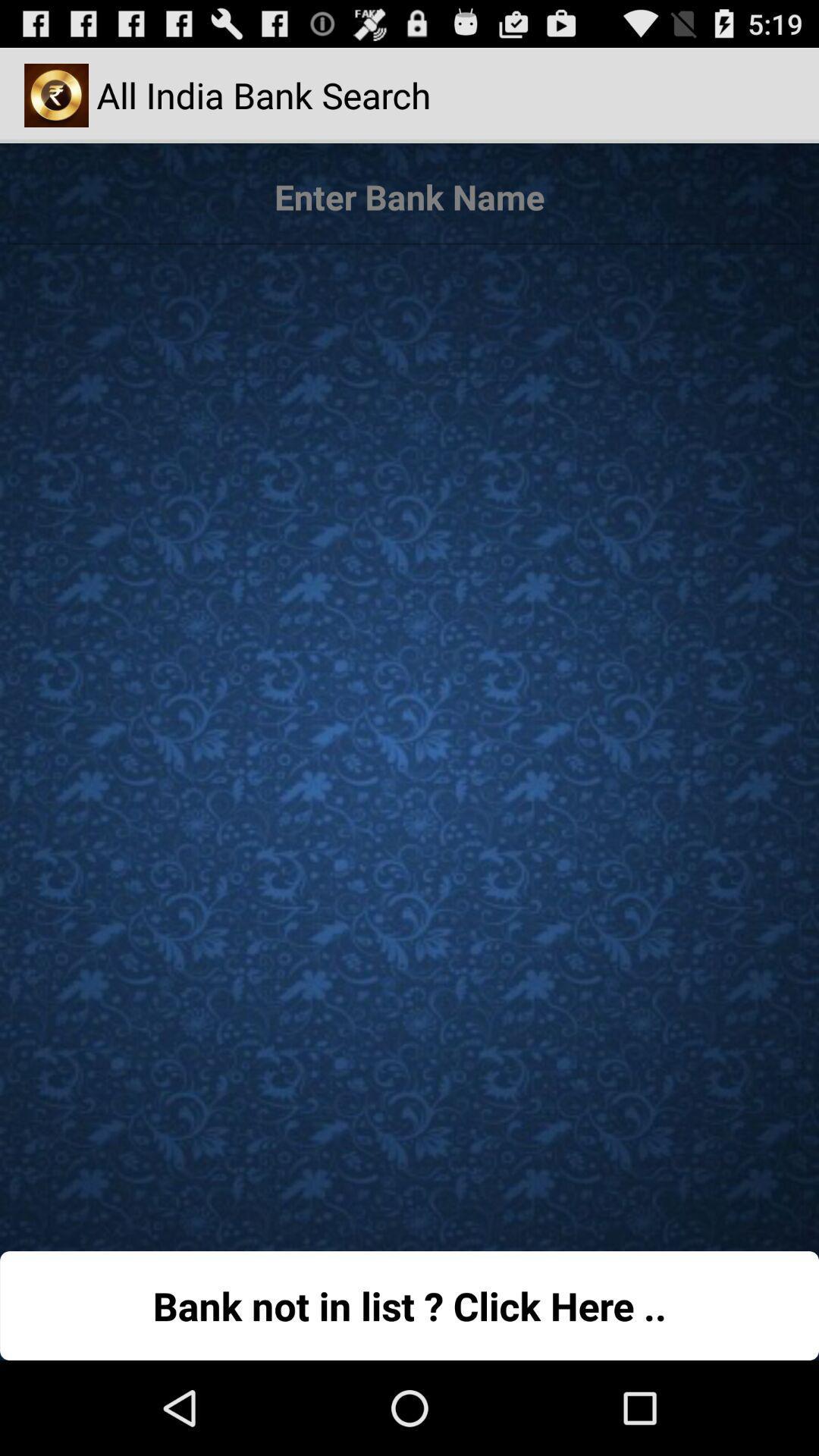  Describe the element at coordinates (409, 740) in the screenshot. I see `icon at the center` at that location.